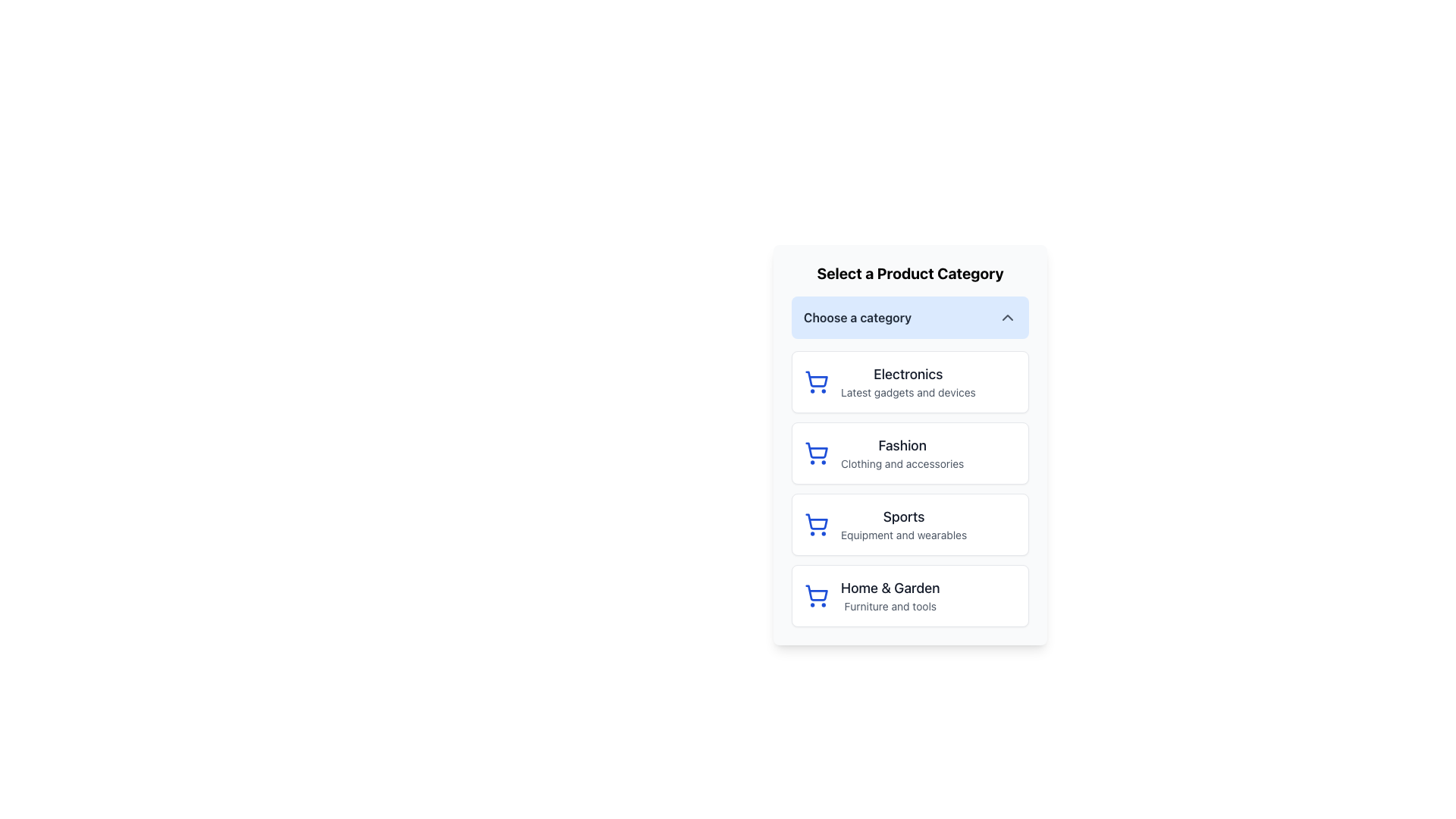 The width and height of the screenshot is (1456, 819). What do you see at coordinates (815, 452) in the screenshot?
I see `the cart icon with a blue outline located next to the 'Fashion' category text in the product category selection interface` at bounding box center [815, 452].